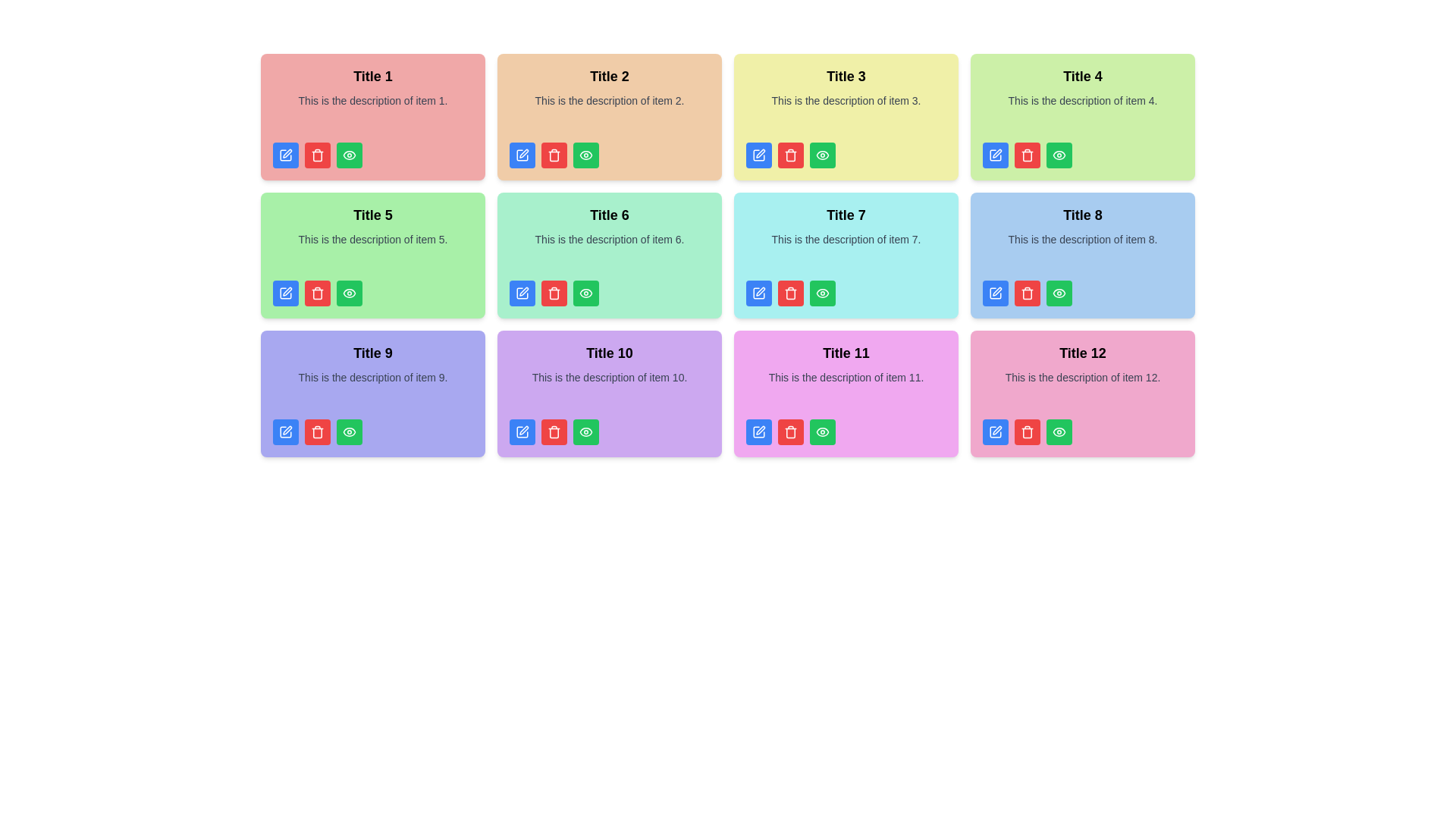 The height and width of the screenshot is (819, 1456). What do you see at coordinates (759, 431) in the screenshot?
I see `the blue button with a pen icon located at the bottom-left corner of the card titled 'Title 11'` at bounding box center [759, 431].